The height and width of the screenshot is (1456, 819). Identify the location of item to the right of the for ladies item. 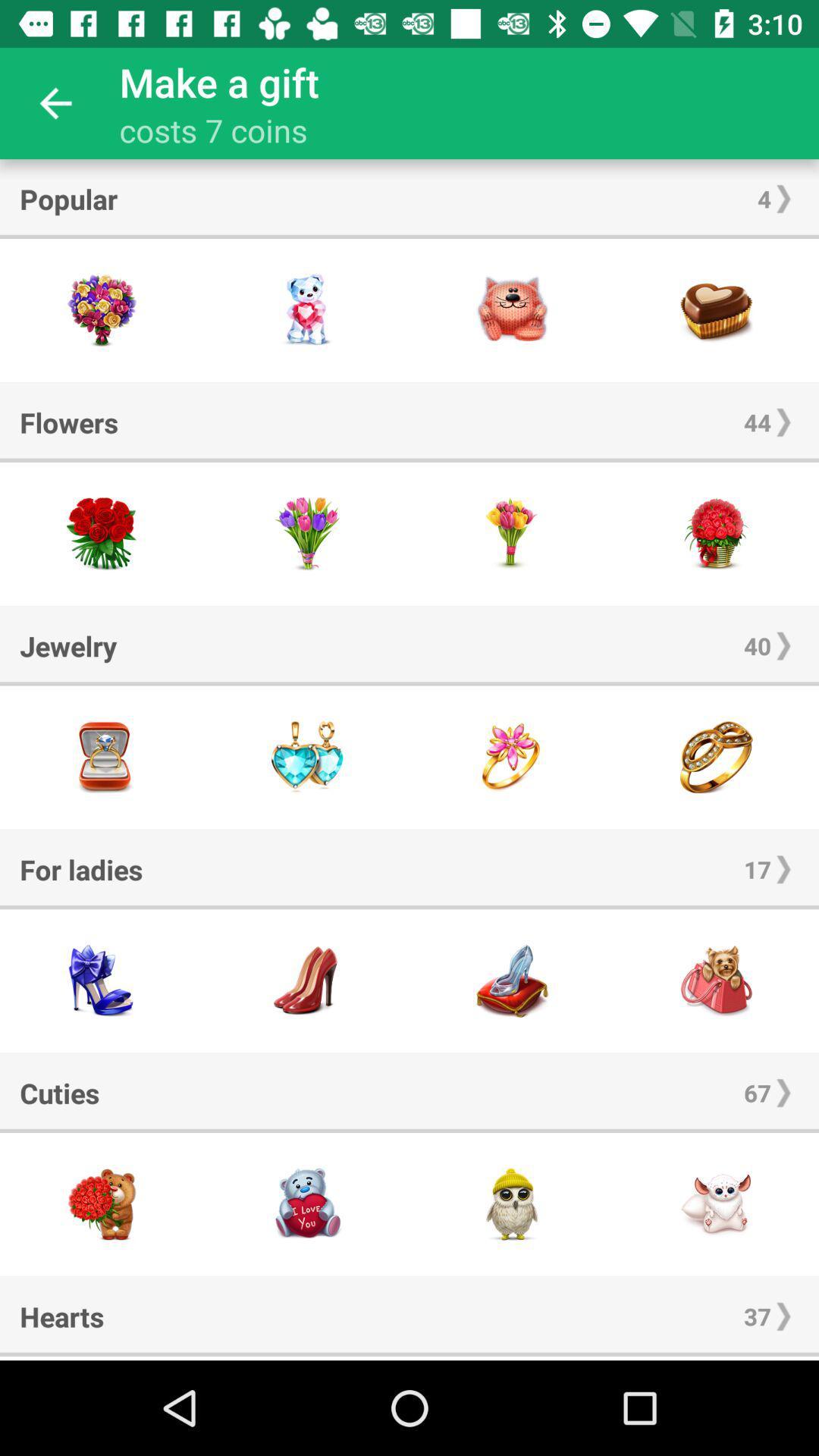
(758, 869).